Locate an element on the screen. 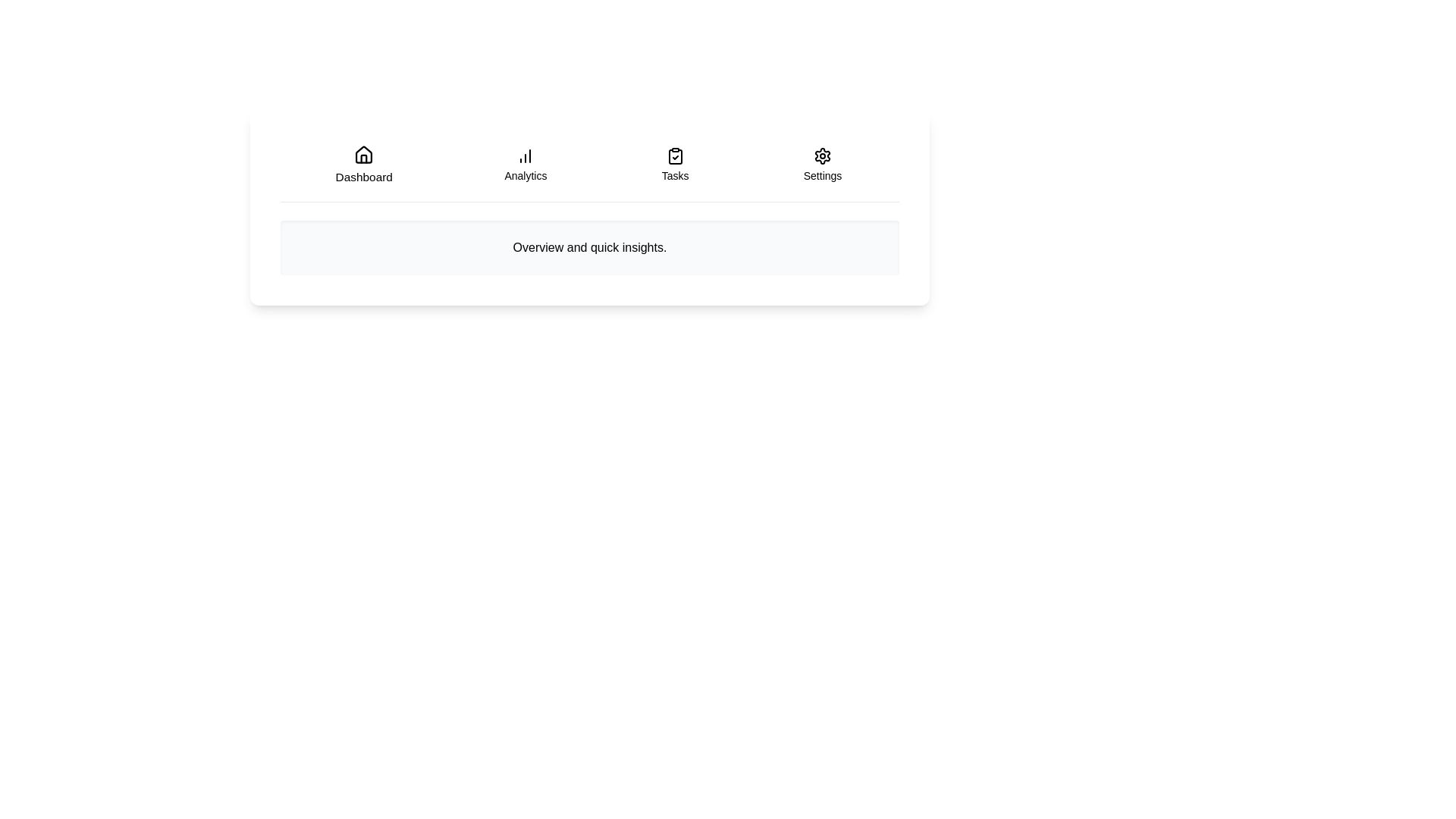 This screenshot has height=819, width=1456. the 'Analytics' icon in the navigation menu, which is the second icon from the left in a horizontal layout is located at coordinates (526, 155).